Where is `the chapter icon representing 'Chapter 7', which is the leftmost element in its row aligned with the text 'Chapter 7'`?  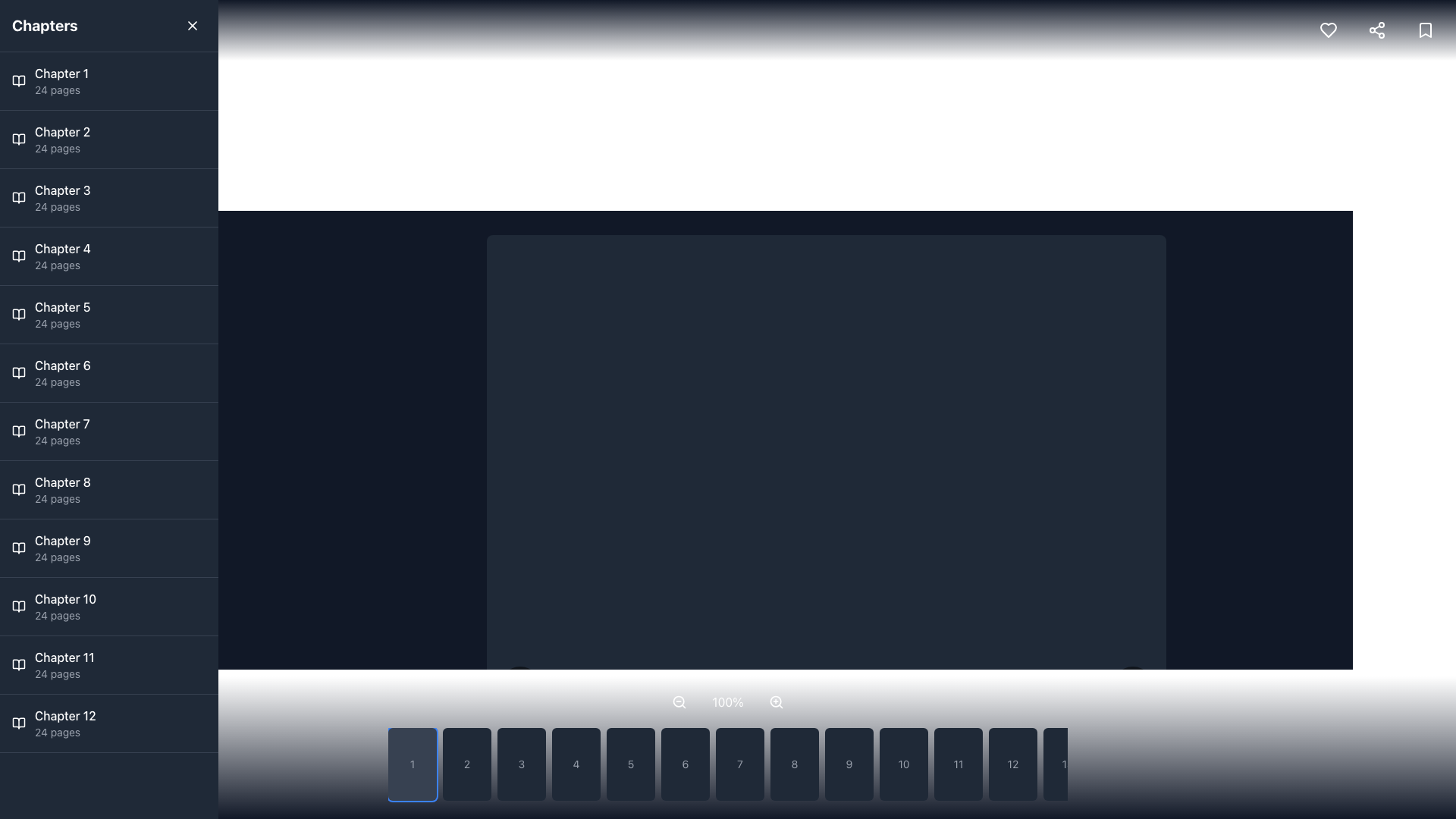 the chapter icon representing 'Chapter 7', which is the leftmost element in its row aligned with the text 'Chapter 7' is located at coordinates (18, 431).